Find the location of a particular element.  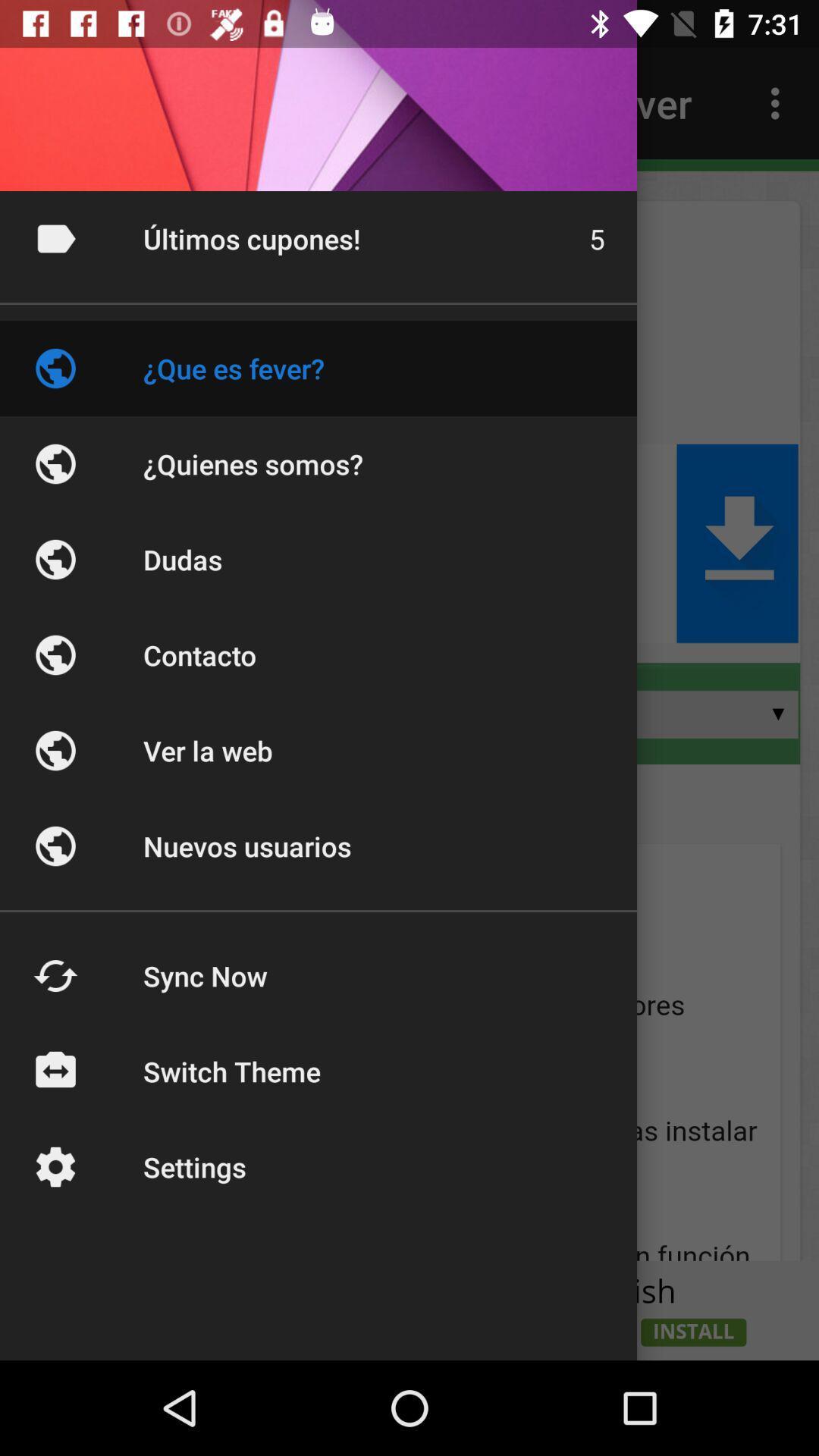

the right corner symbol beside ultimos cupones is located at coordinates (55, 238).